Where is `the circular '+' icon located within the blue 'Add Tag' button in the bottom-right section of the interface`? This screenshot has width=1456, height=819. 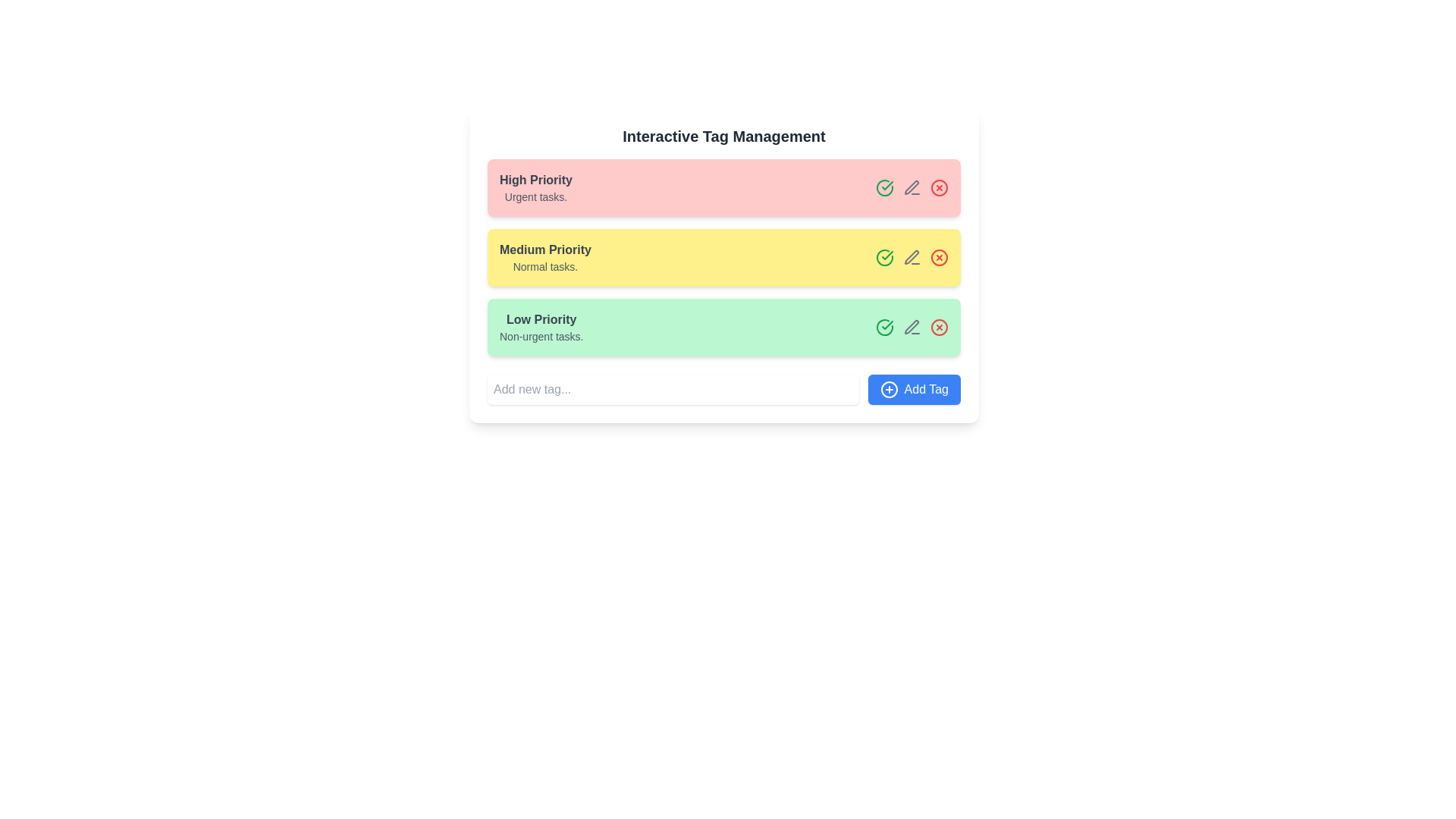 the circular '+' icon located within the blue 'Add Tag' button in the bottom-right section of the interface is located at coordinates (889, 388).